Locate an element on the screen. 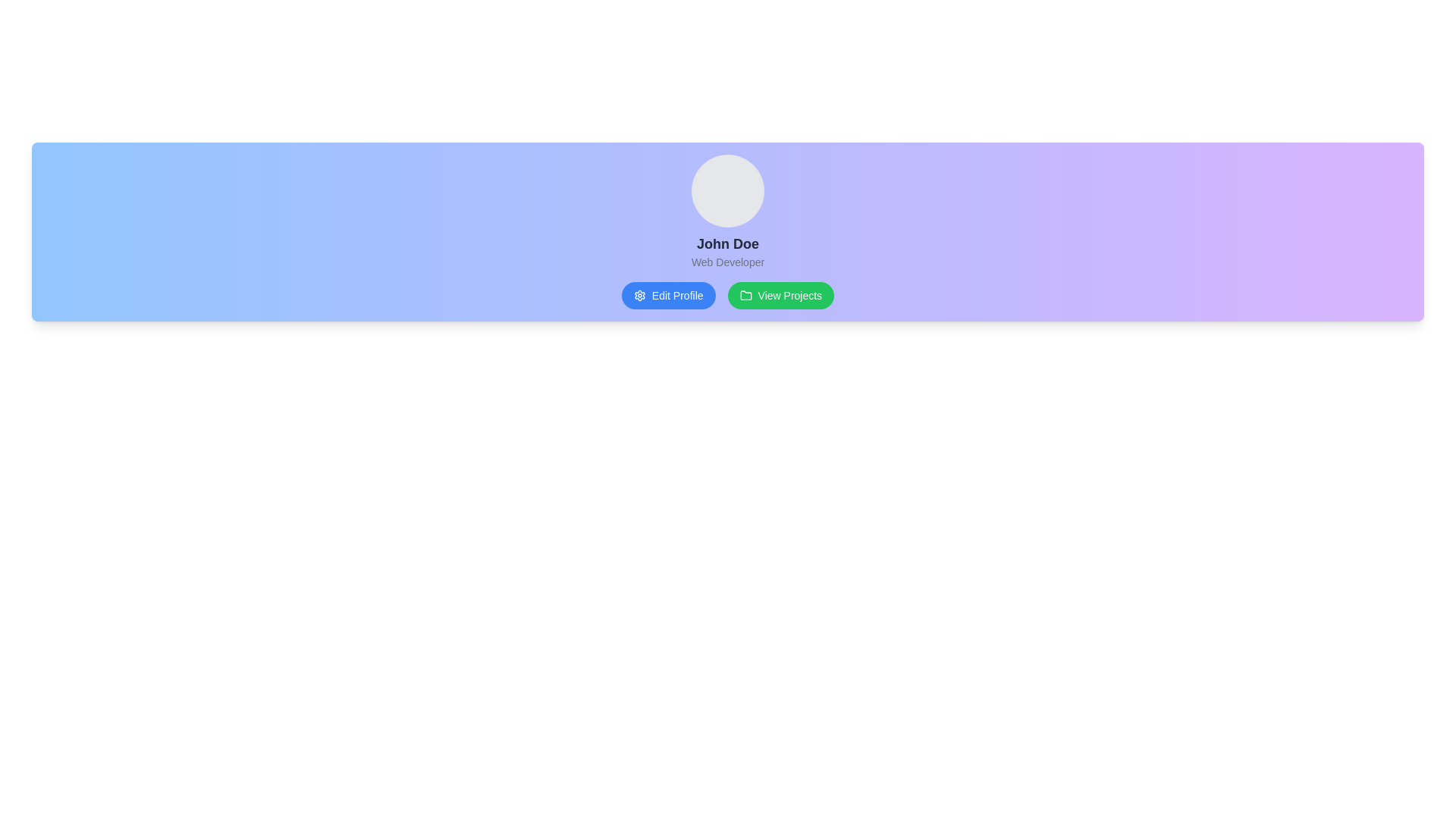  the static text label displaying the name 'John Doe', which is located below the circular profile picture and above the role label 'Web Developer' is located at coordinates (728, 243).